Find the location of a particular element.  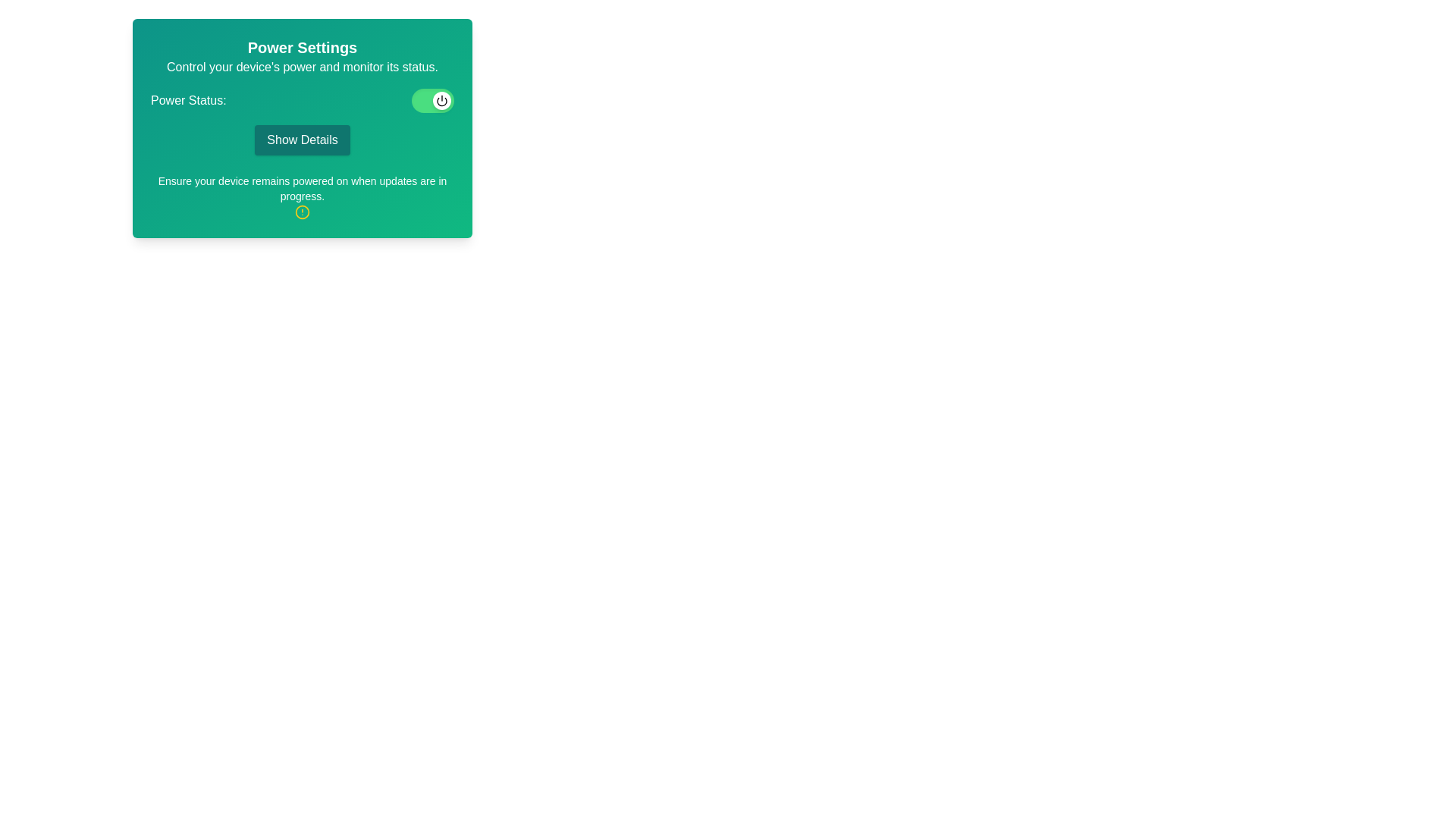

the toggle switch located to the right of the 'Power Status:' label in the 'Power Settings' card is located at coordinates (432, 100).